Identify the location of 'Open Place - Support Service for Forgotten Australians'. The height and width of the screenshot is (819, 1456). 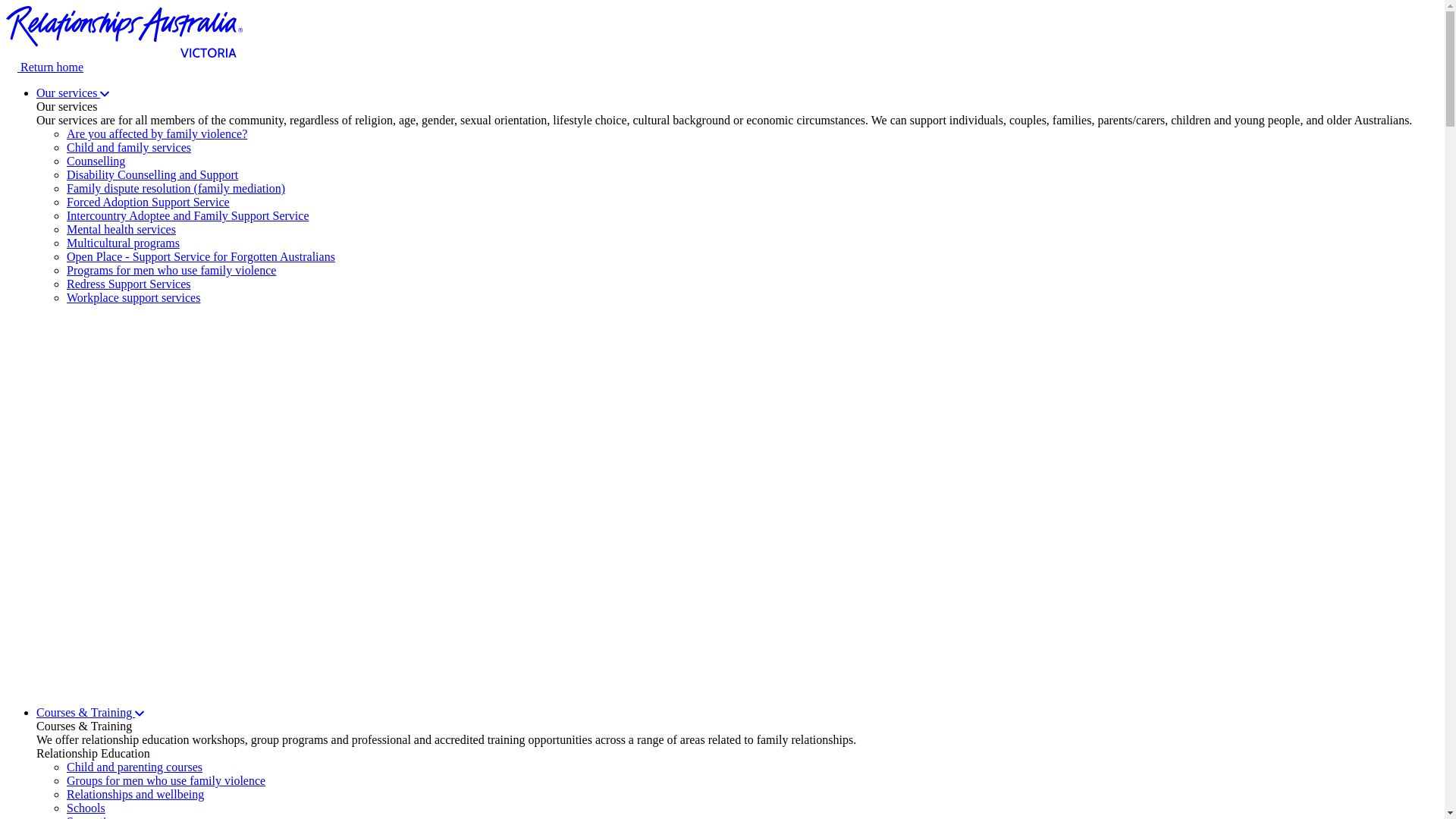
(199, 256).